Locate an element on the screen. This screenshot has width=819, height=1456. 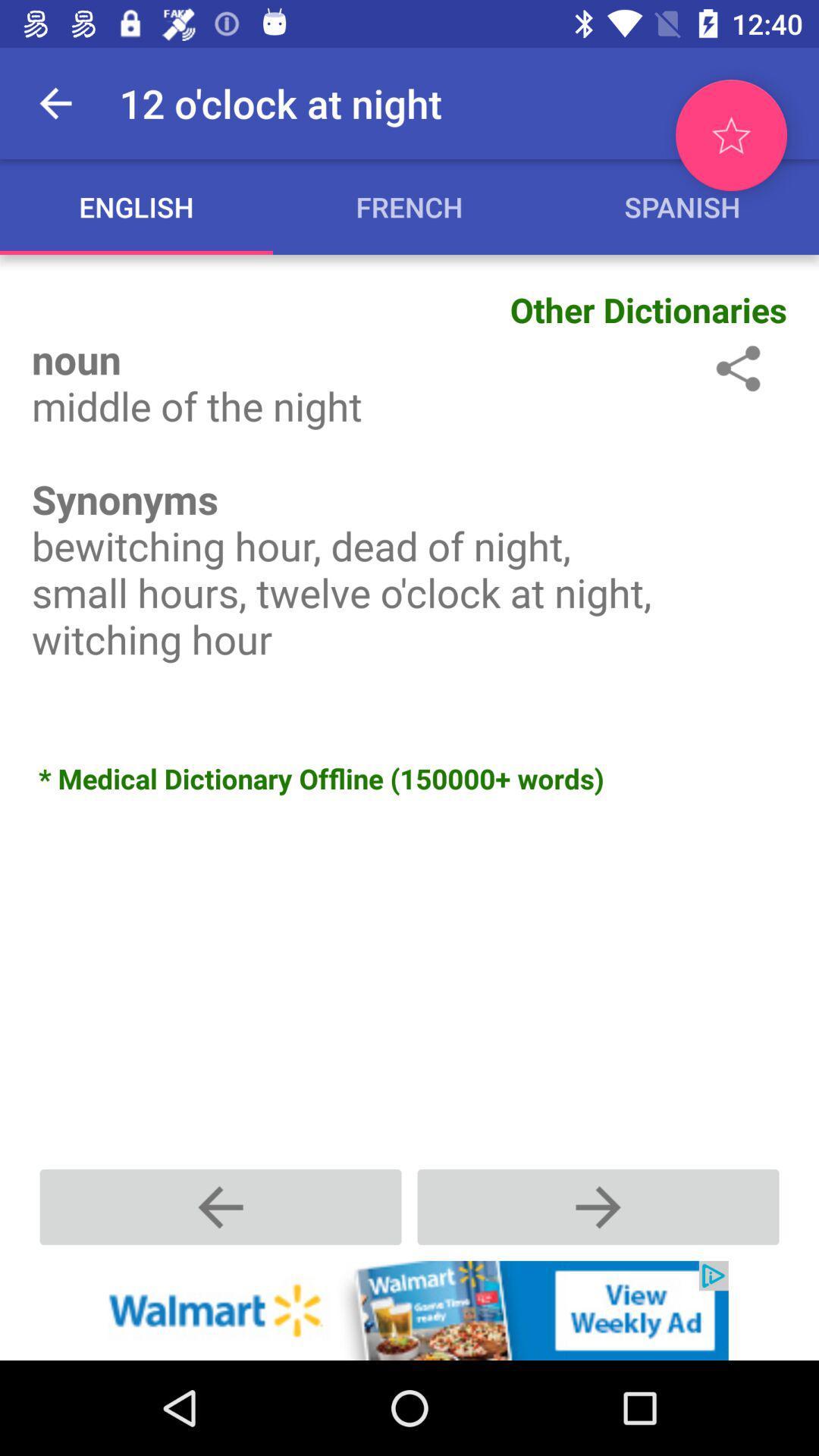
rating is located at coordinates (730, 135).